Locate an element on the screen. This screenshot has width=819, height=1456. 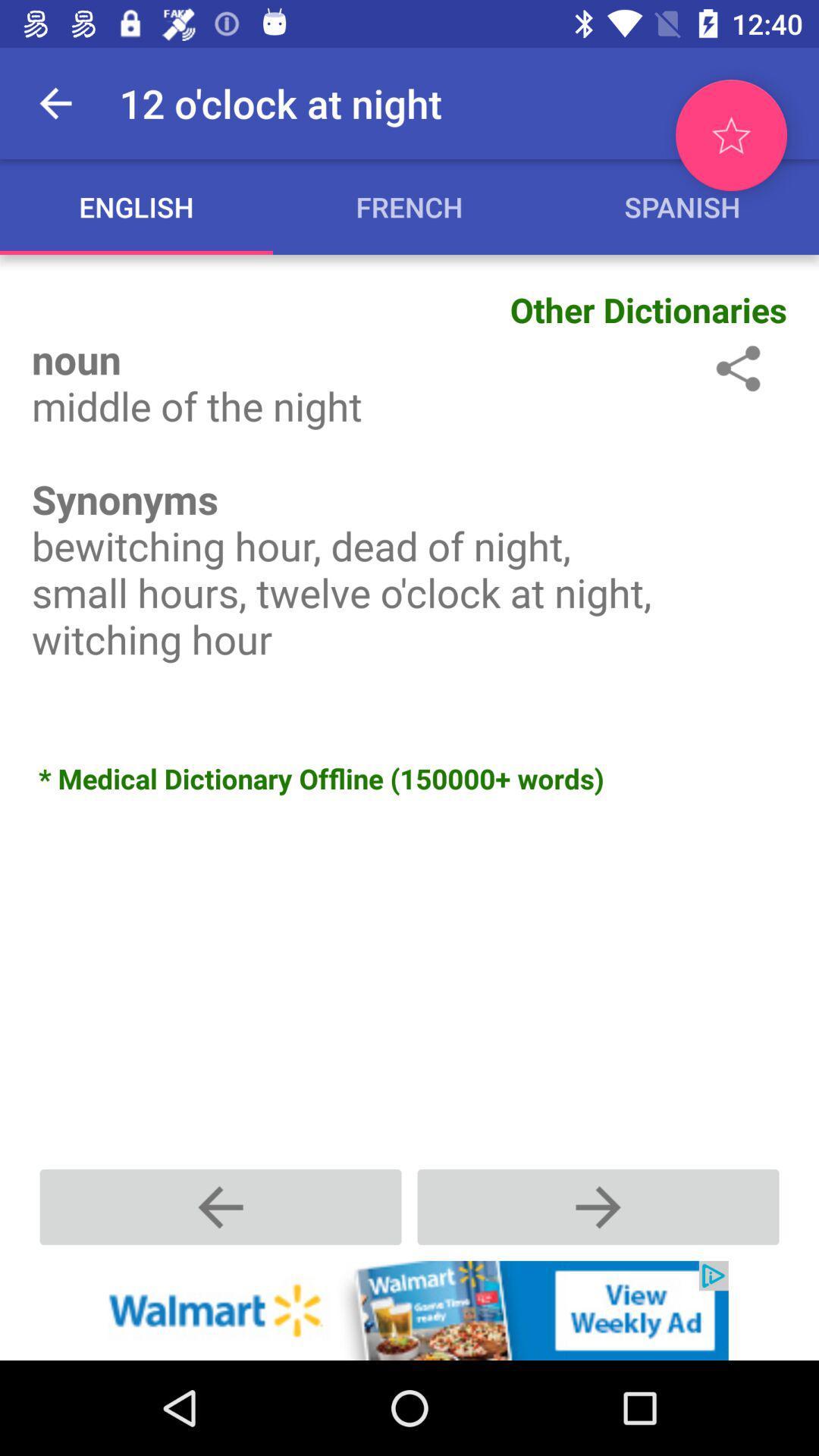
rating is located at coordinates (730, 135).